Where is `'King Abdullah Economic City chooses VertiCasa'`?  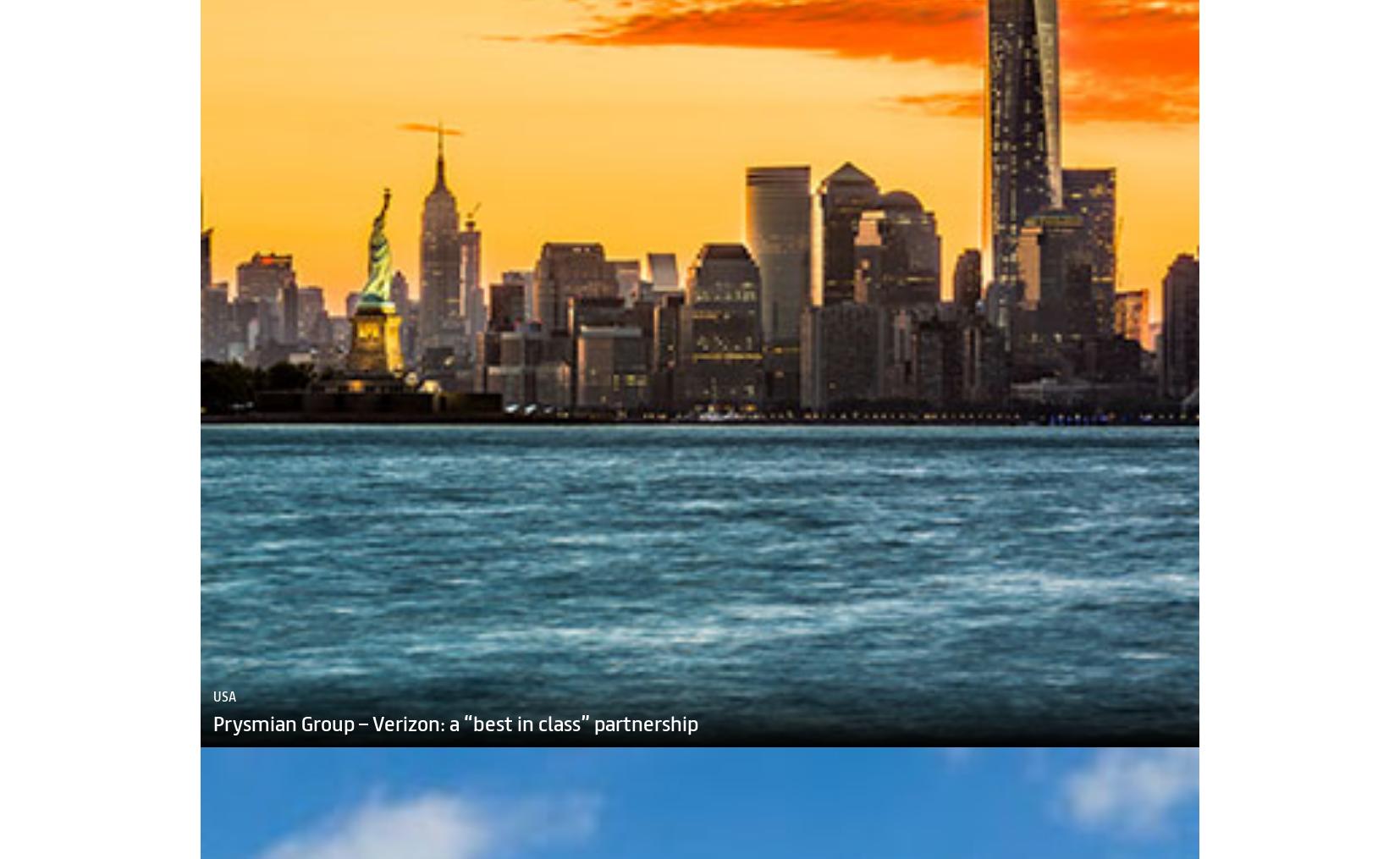 'King Abdullah Economic City chooses VertiCasa' is located at coordinates (422, 645).